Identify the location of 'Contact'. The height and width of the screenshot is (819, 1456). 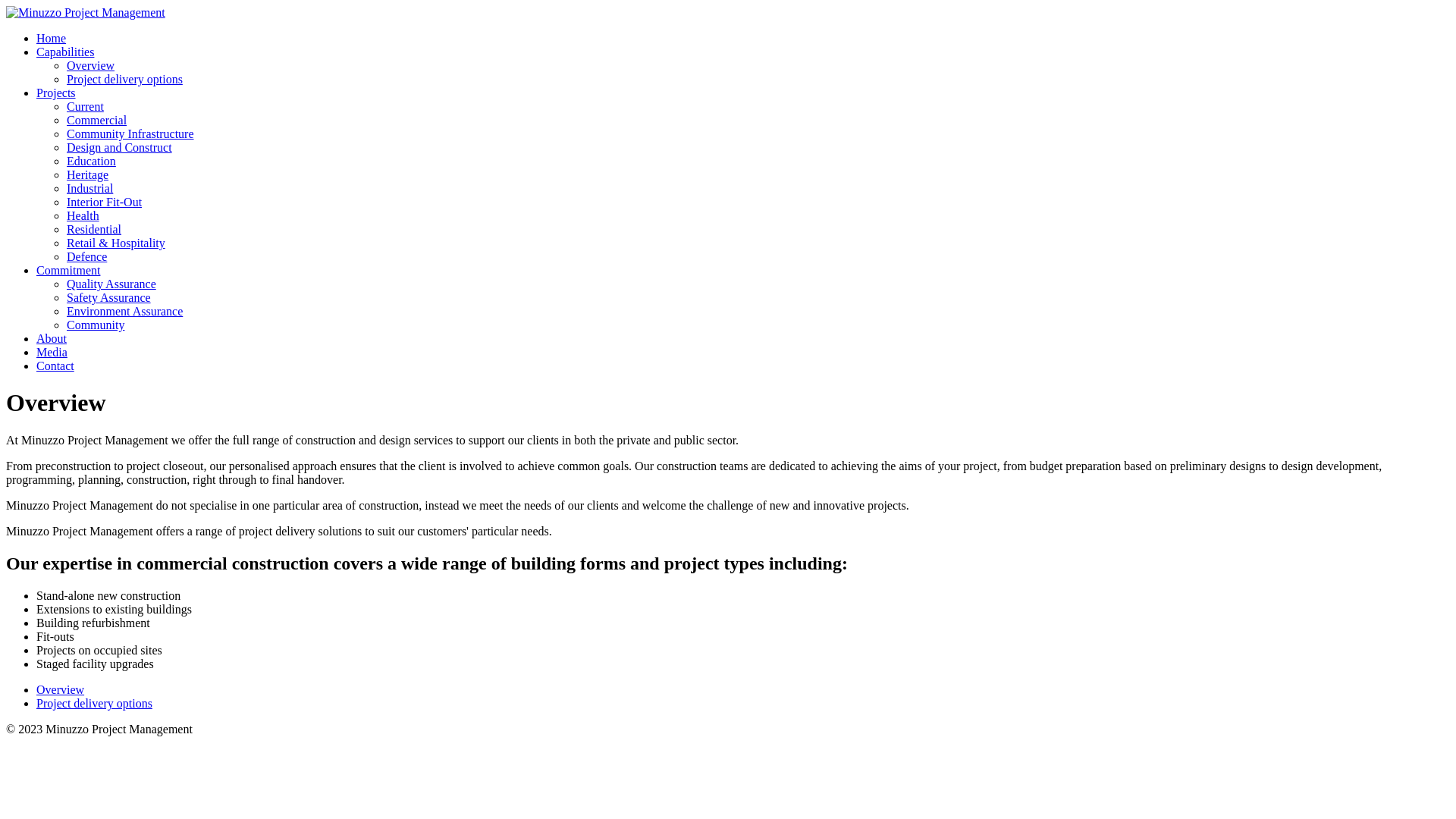
(55, 366).